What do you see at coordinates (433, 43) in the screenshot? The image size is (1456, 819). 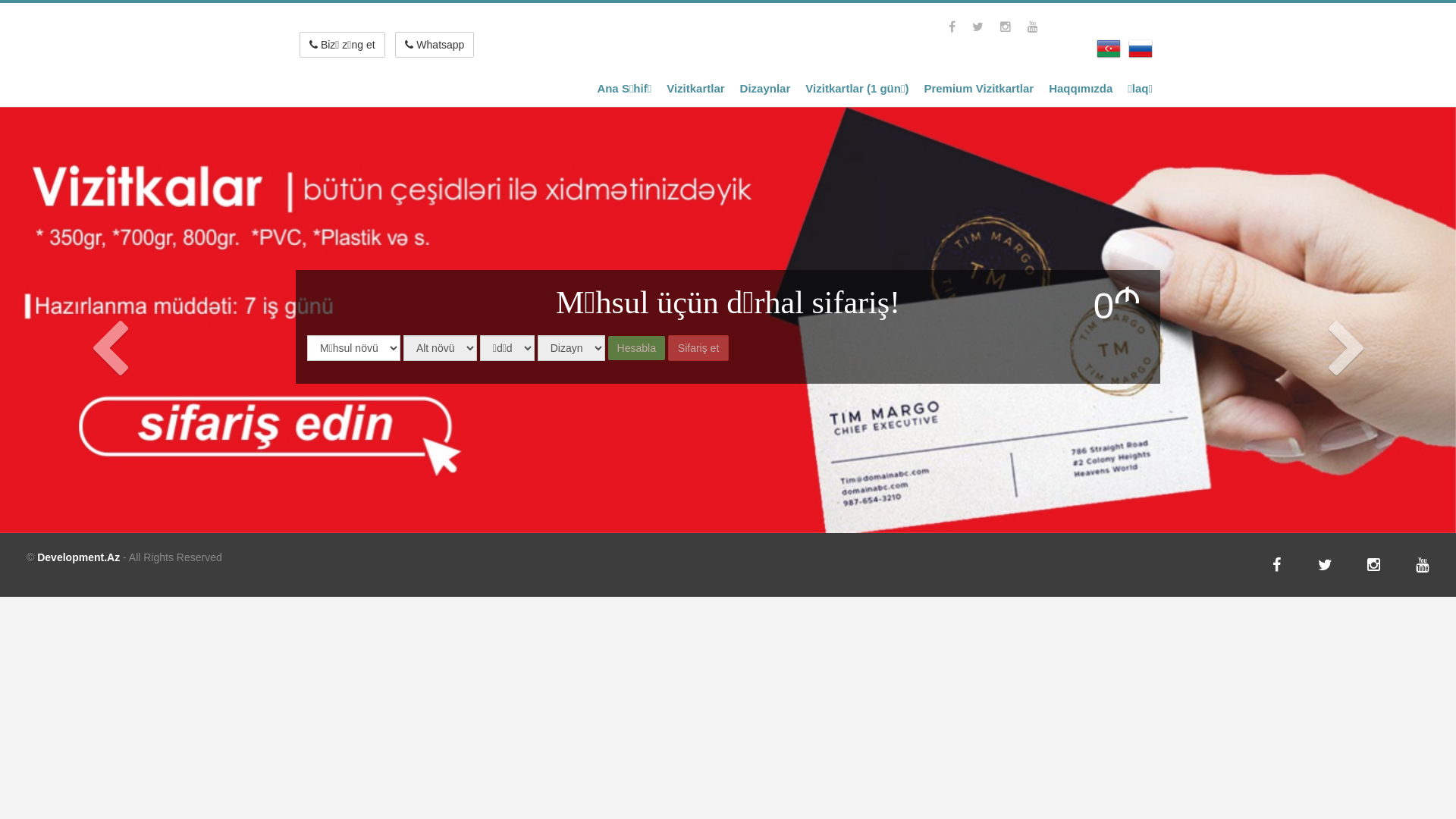 I see `'Whatsapp'` at bounding box center [433, 43].